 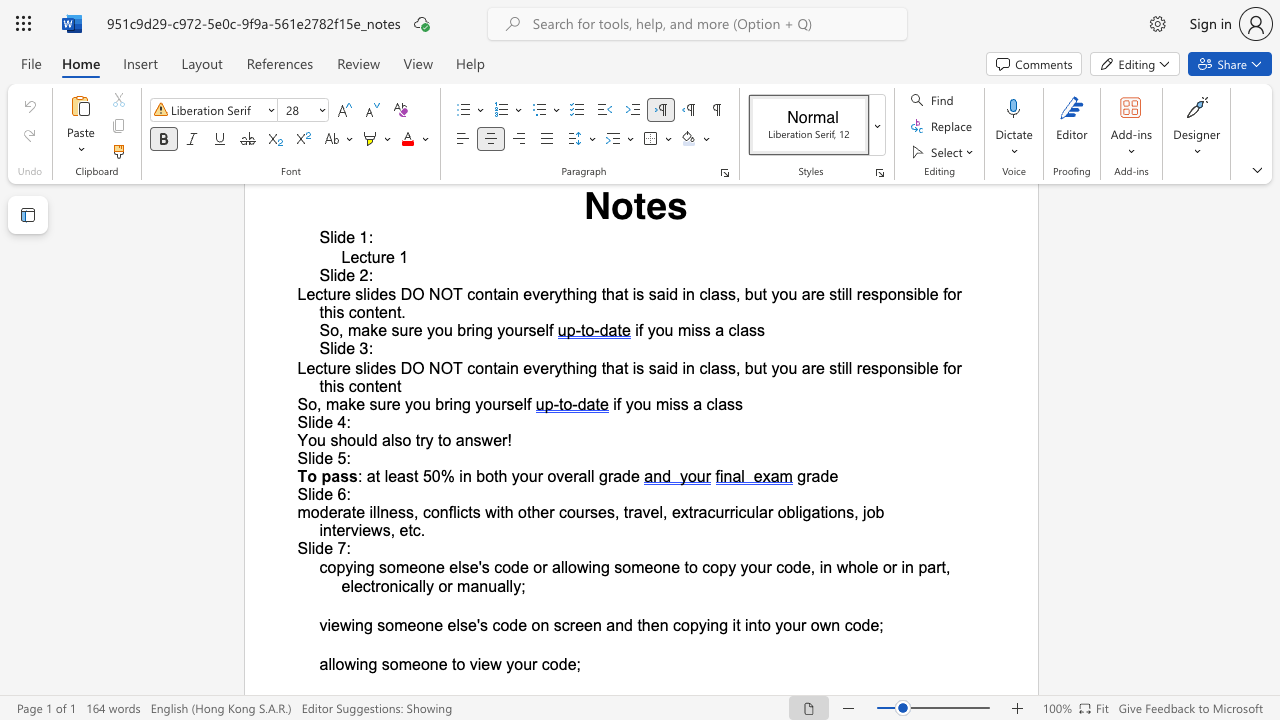 What do you see at coordinates (448, 404) in the screenshot?
I see `the subset text "ing y" within the text "So, make sure you bring yourself"` at bounding box center [448, 404].